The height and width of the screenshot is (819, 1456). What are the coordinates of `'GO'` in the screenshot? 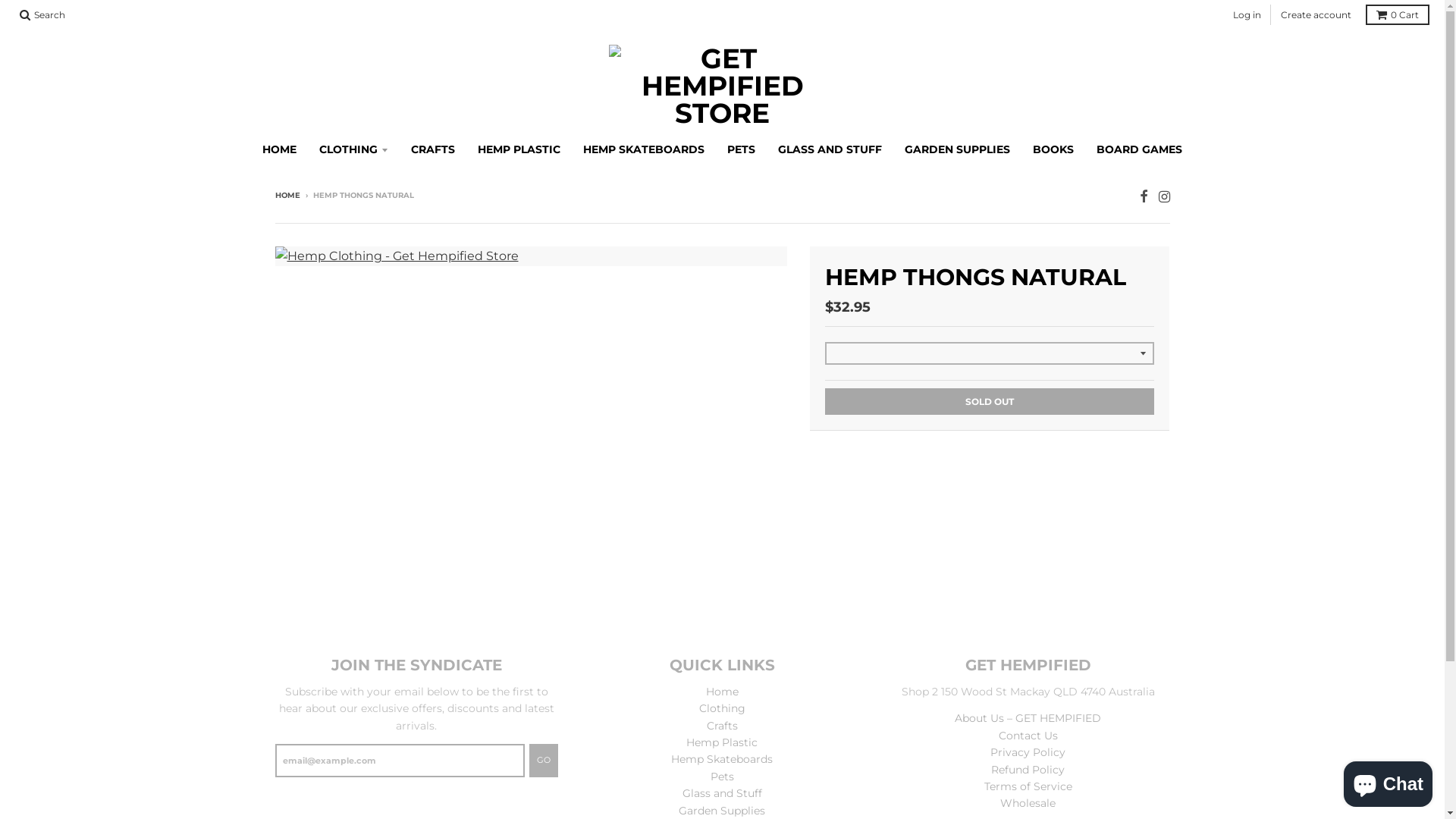 It's located at (543, 760).